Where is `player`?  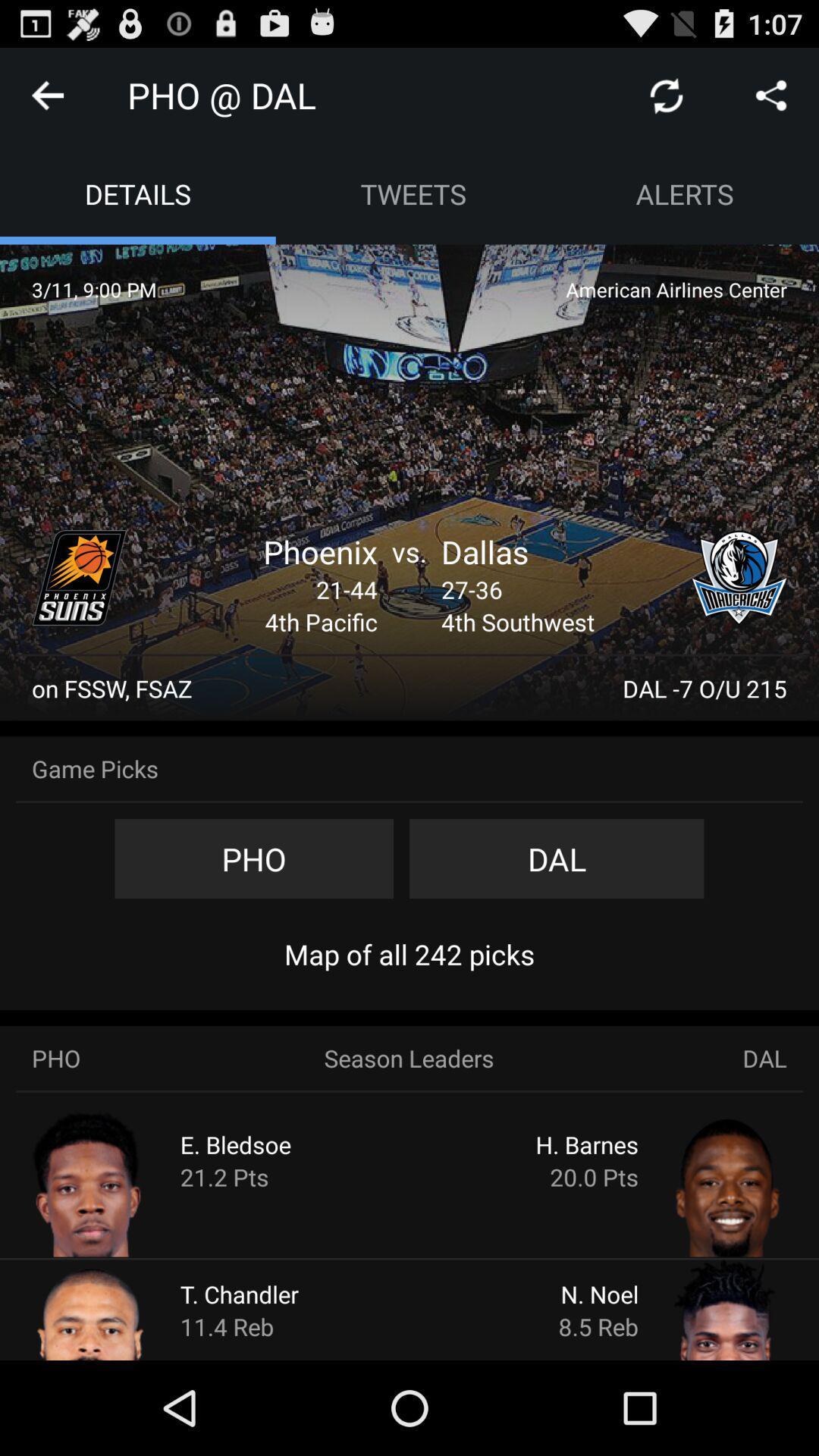
player is located at coordinates (118, 1182).